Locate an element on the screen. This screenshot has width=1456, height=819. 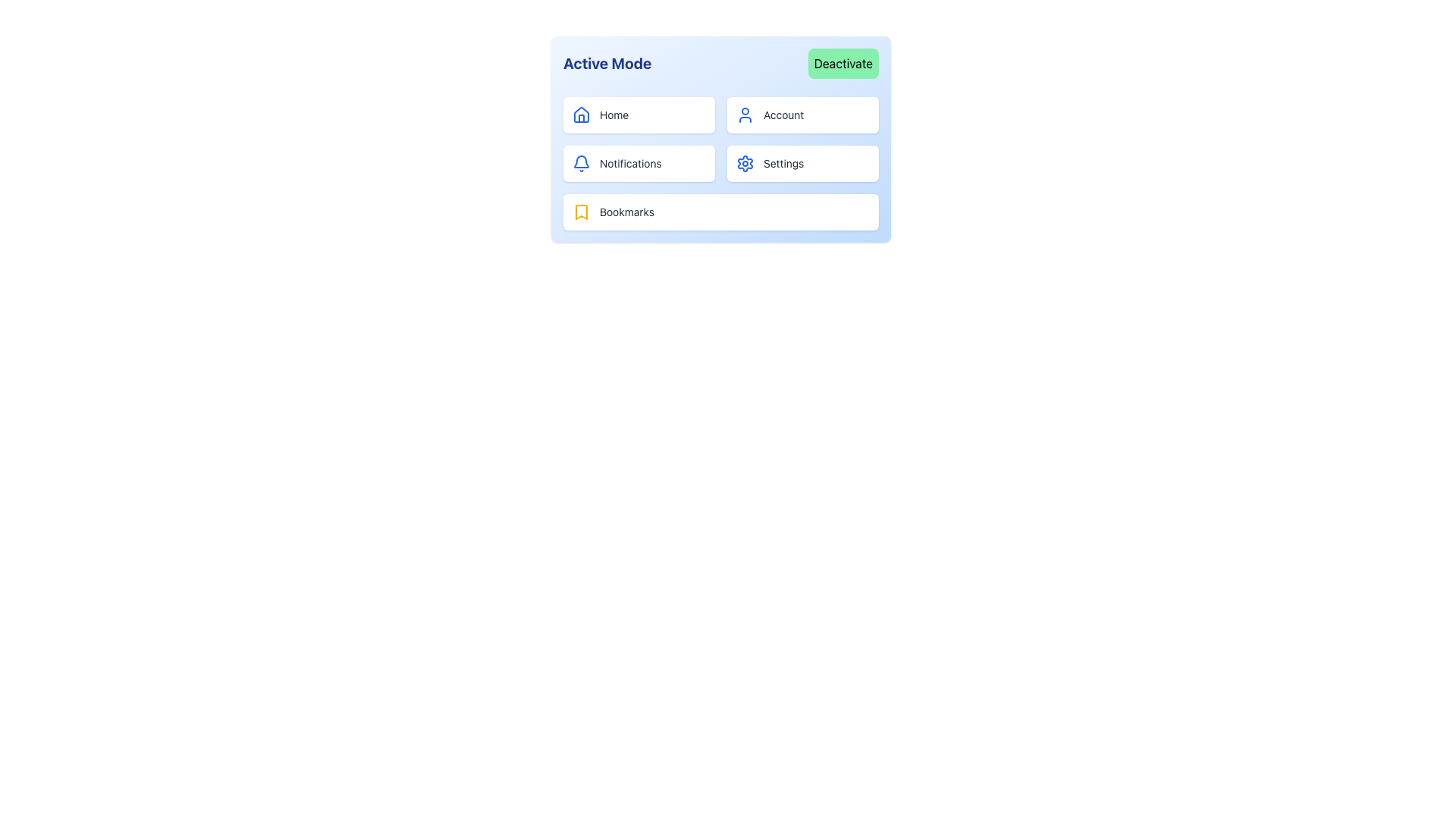
the navigational button located at the lower section of the grid layout, which is below the 'Notifications' and 'Settings' buttons is located at coordinates (720, 212).